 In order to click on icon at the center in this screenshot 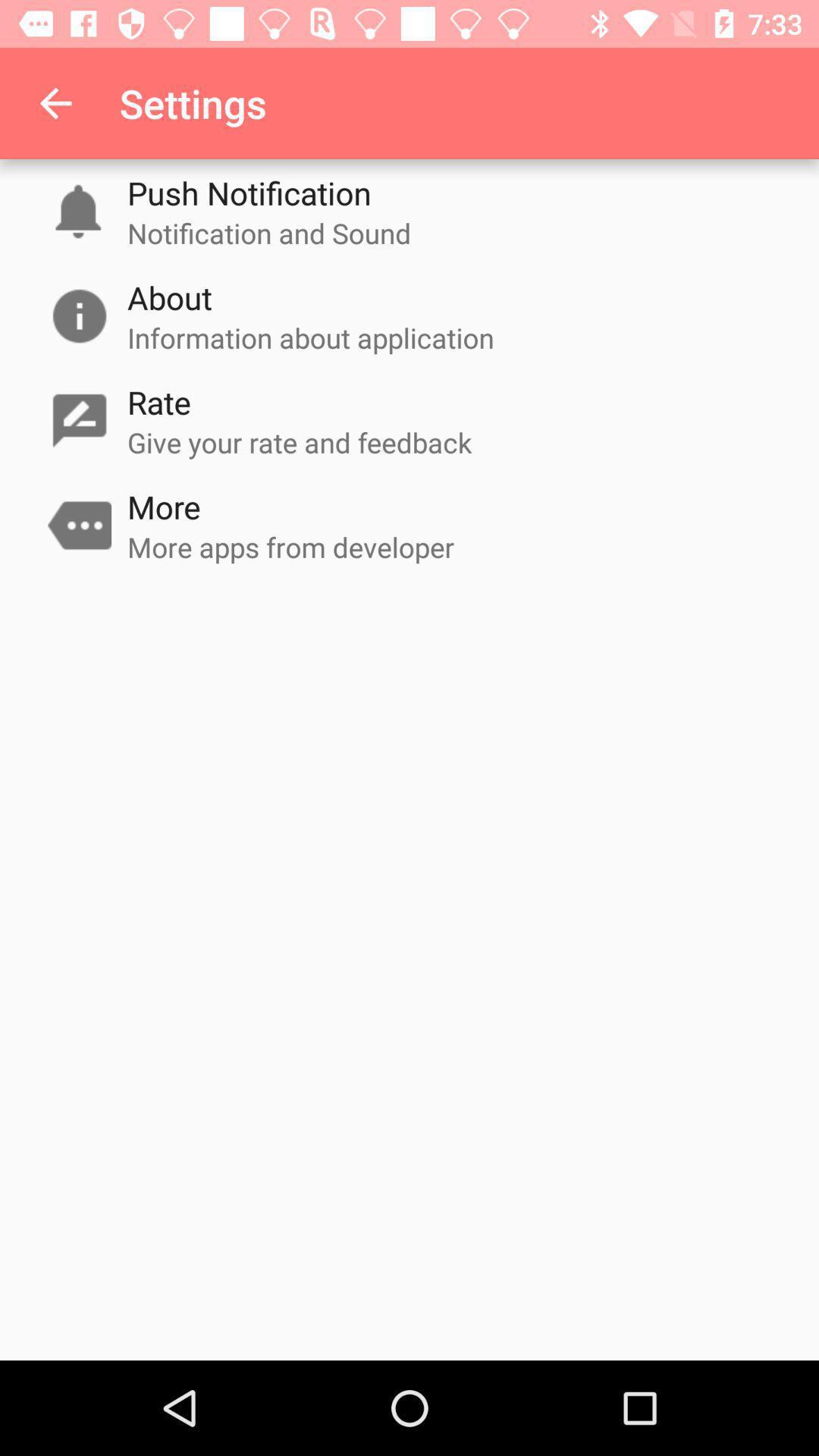, I will do `click(290, 546)`.